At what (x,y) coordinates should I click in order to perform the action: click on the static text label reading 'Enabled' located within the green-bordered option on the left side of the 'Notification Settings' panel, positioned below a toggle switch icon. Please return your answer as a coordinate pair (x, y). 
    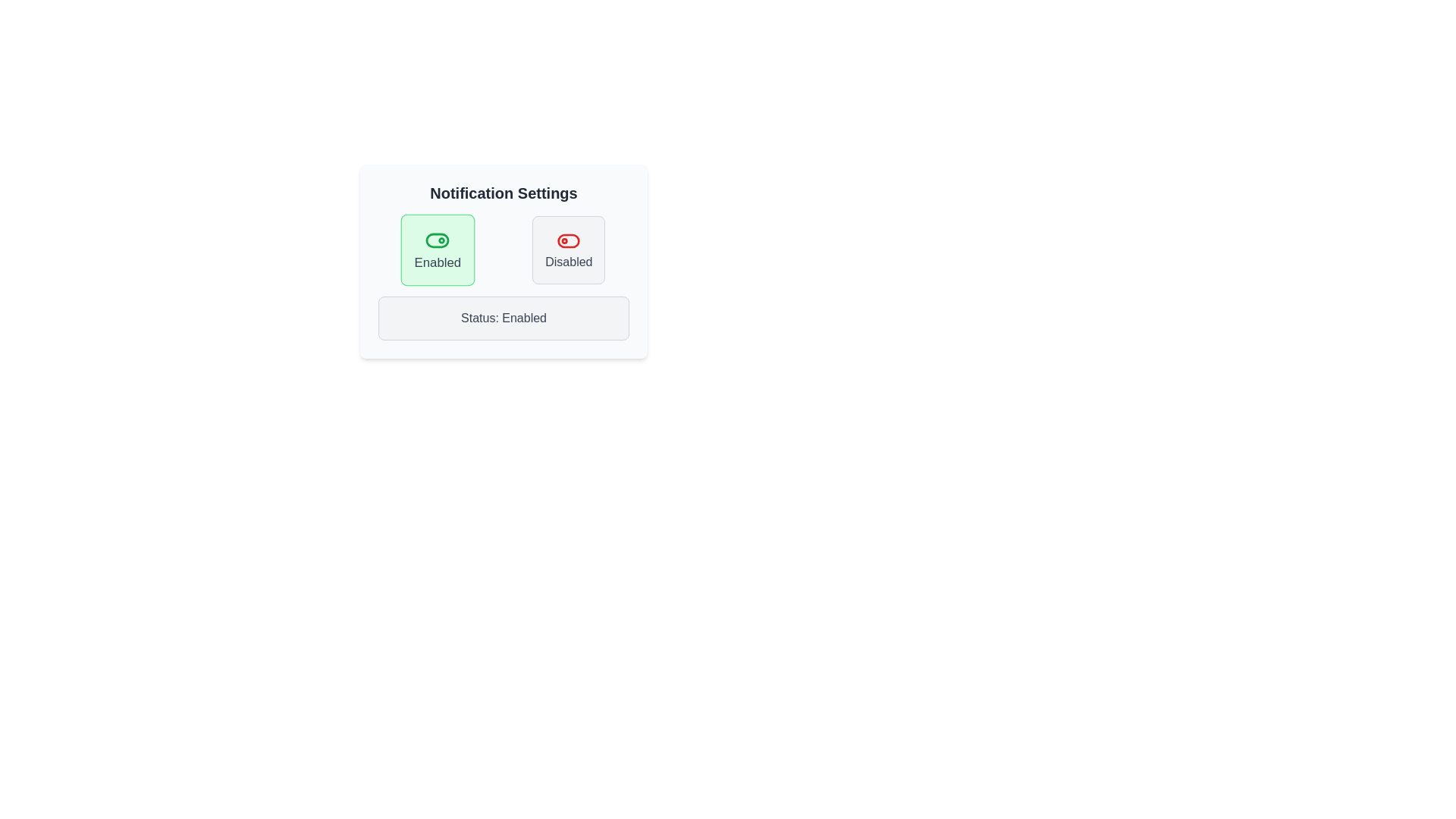
    Looking at the image, I should click on (436, 262).